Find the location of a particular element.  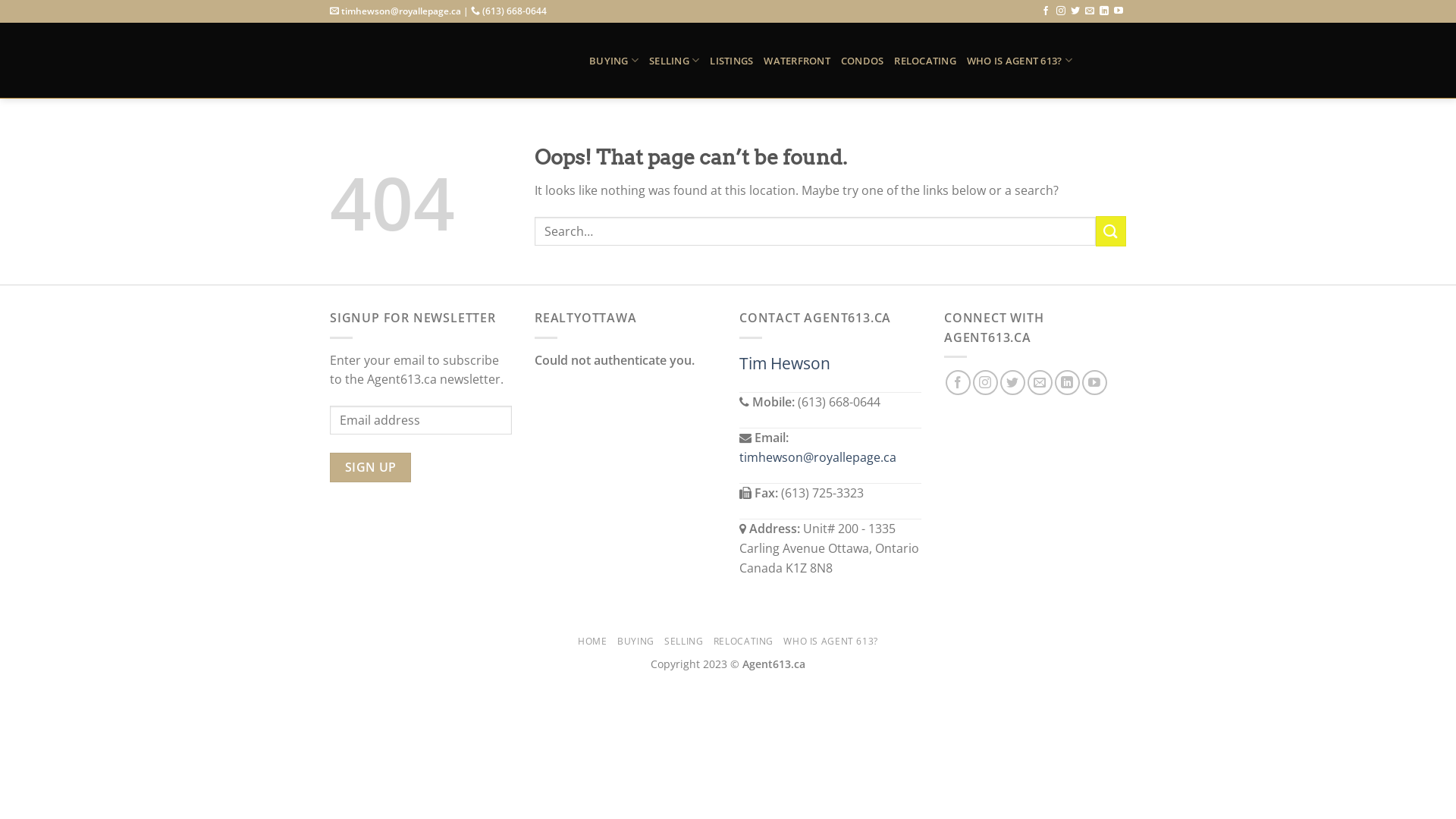

'Follow on LinkedIn' is located at coordinates (1103, 11).